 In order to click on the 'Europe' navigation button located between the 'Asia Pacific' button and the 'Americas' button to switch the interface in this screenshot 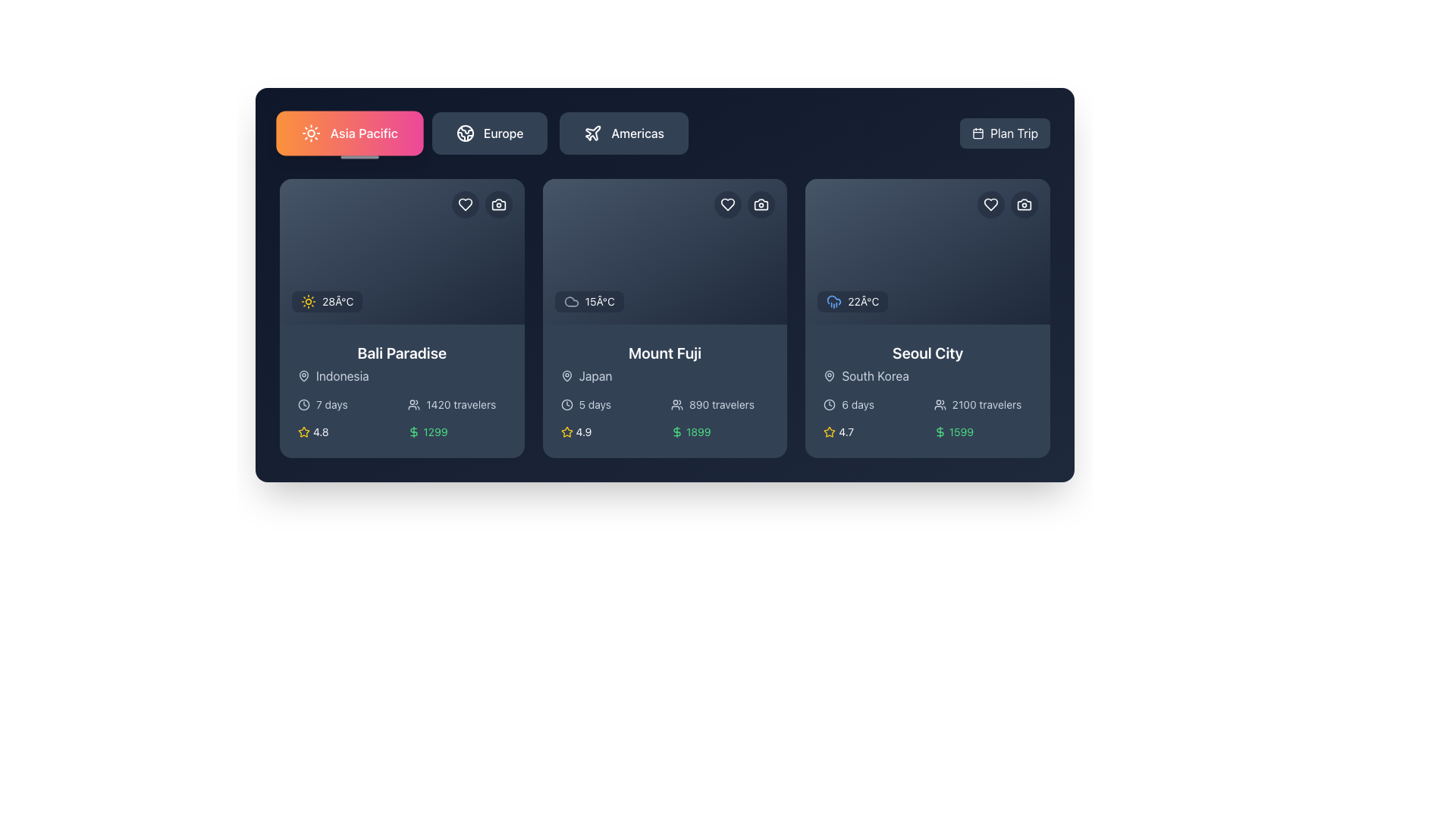, I will do `click(490, 133)`.